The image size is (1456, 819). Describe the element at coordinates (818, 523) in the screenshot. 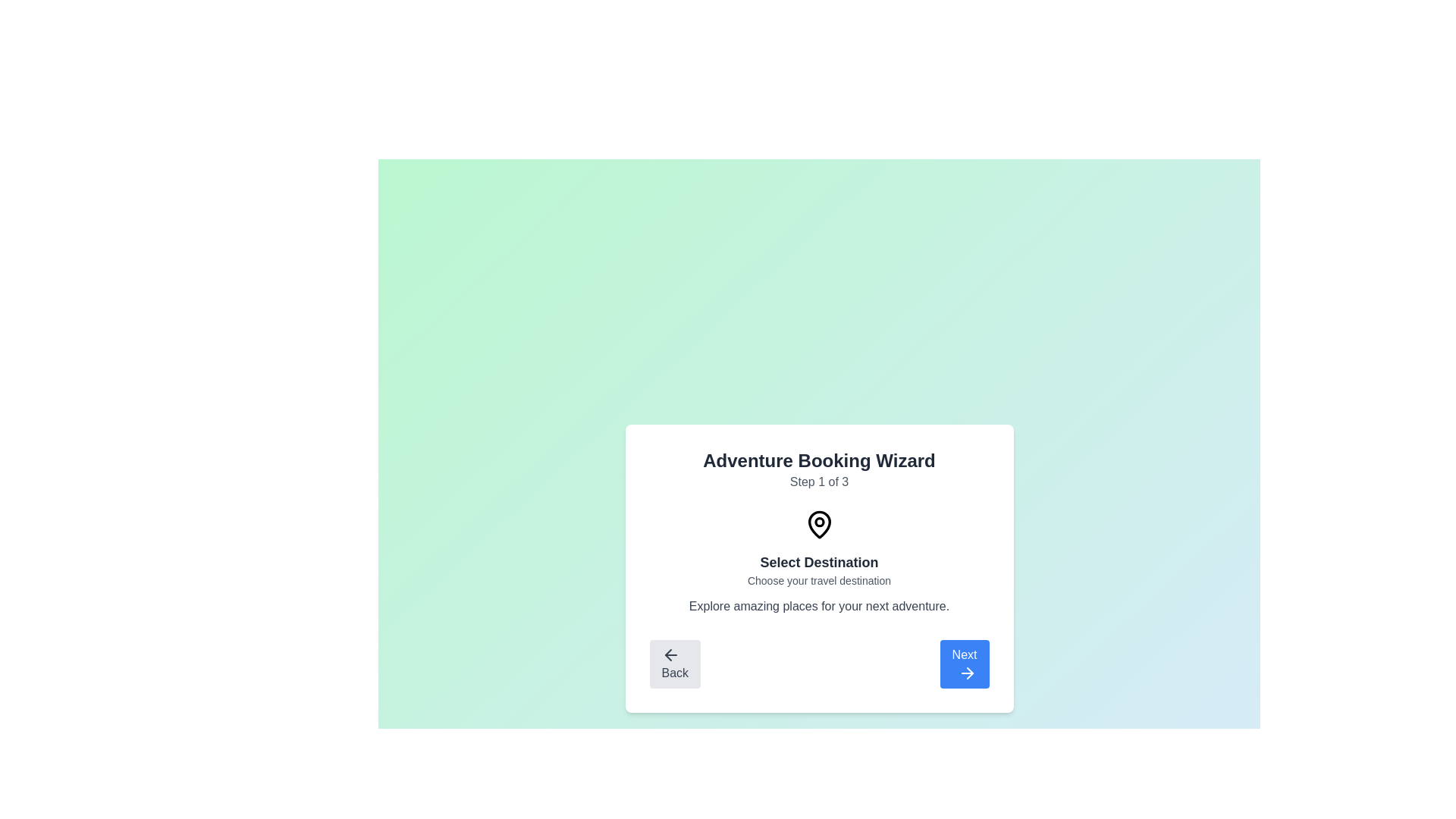

I see `the black map pin icon located at the top-center of the modal, which is directly above the text 'Select Destination'` at that location.